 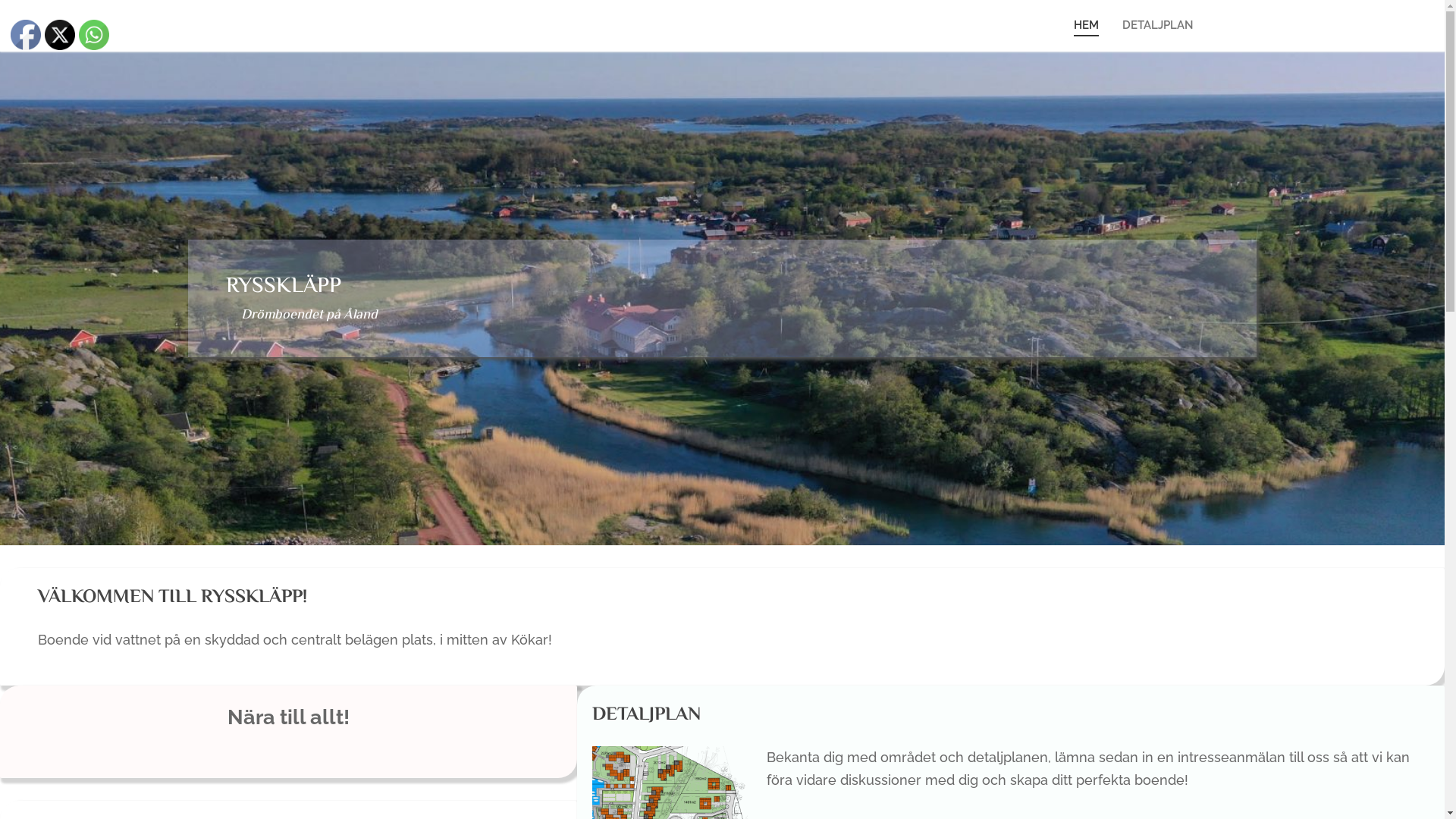 What do you see at coordinates (93, 34) in the screenshot?
I see `'WhatsApp'` at bounding box center [93, 34].